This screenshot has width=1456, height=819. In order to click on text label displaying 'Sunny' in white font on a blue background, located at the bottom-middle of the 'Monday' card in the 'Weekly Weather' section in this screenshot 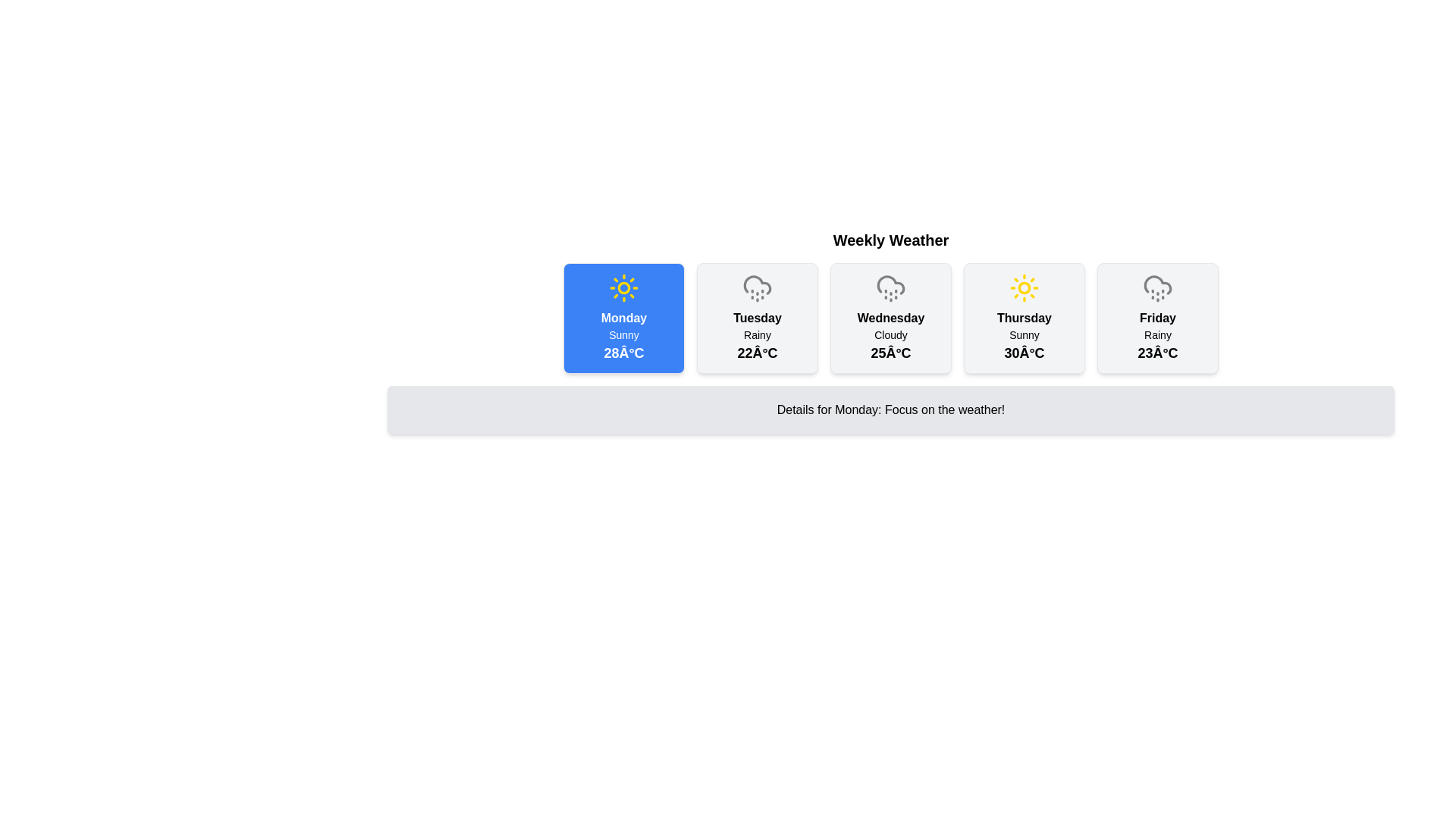, I will do `click(623, 334)`.